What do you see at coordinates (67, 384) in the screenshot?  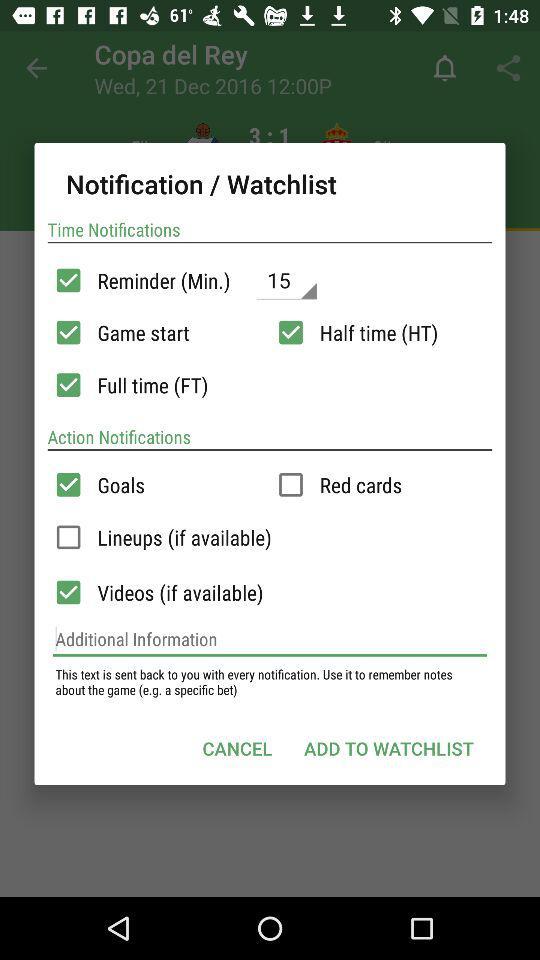 I see `check box for full time` at bounding box center [67, 384].